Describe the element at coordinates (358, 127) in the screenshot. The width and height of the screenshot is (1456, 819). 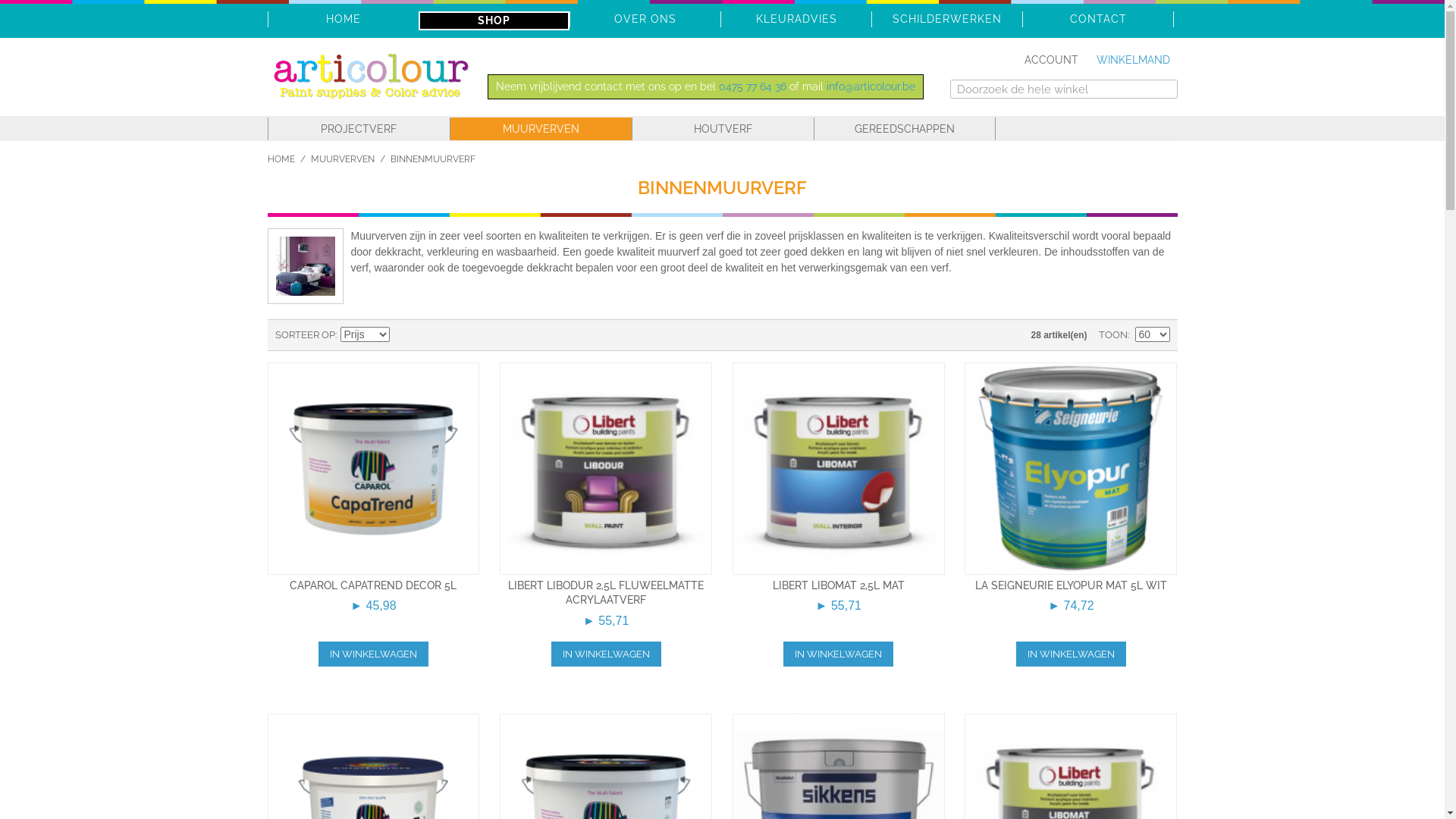
I see `'PROJECTVERF'` at that location.